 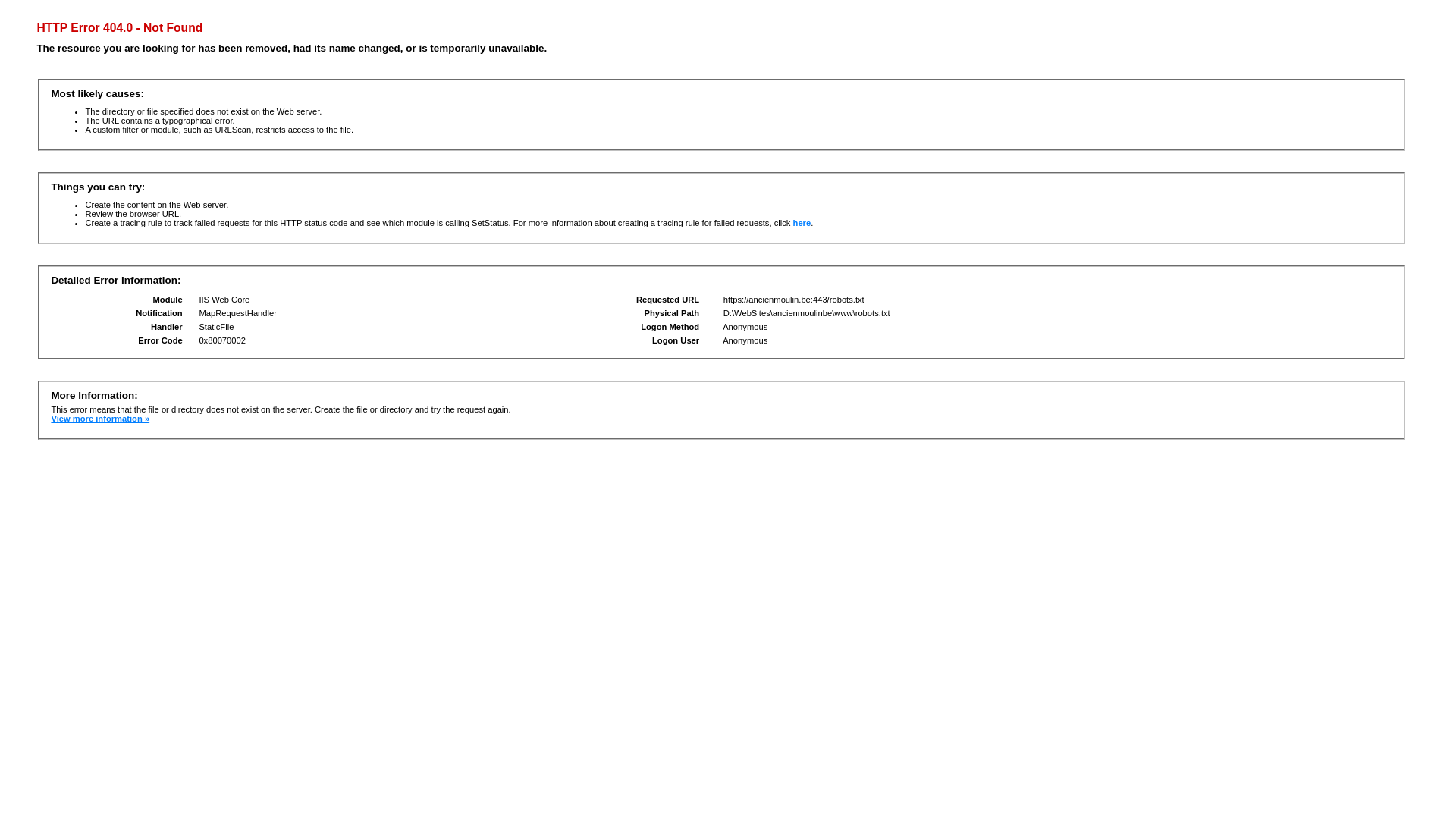 What do you see at coordinates (801, 222) in the screenshot?
I see `'here'` at bounding box center [801, 222].